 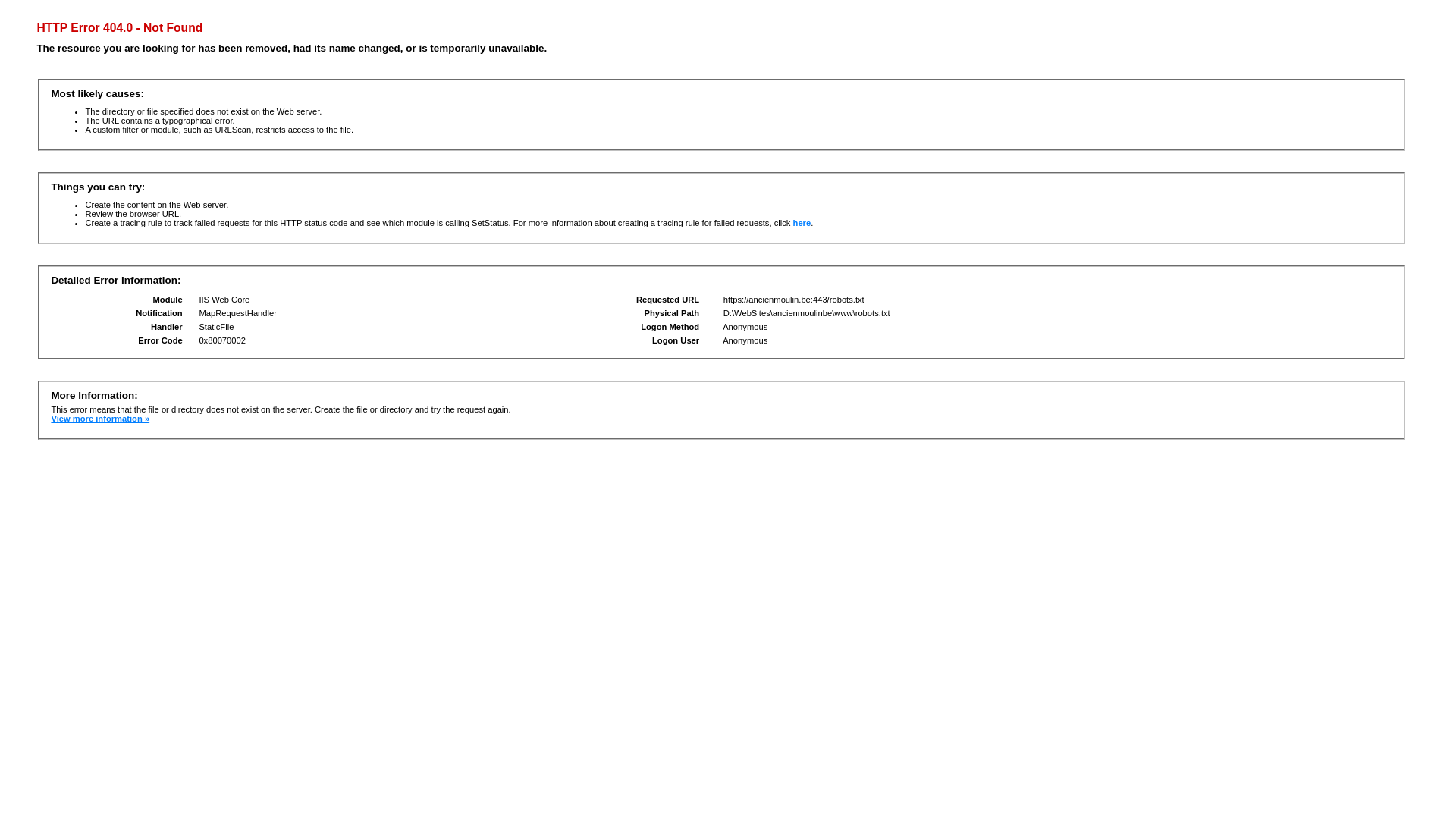 What do you see at coordinates (801, 222) in the screenshot?
I see `'here'` at bounding box center [801, 222].